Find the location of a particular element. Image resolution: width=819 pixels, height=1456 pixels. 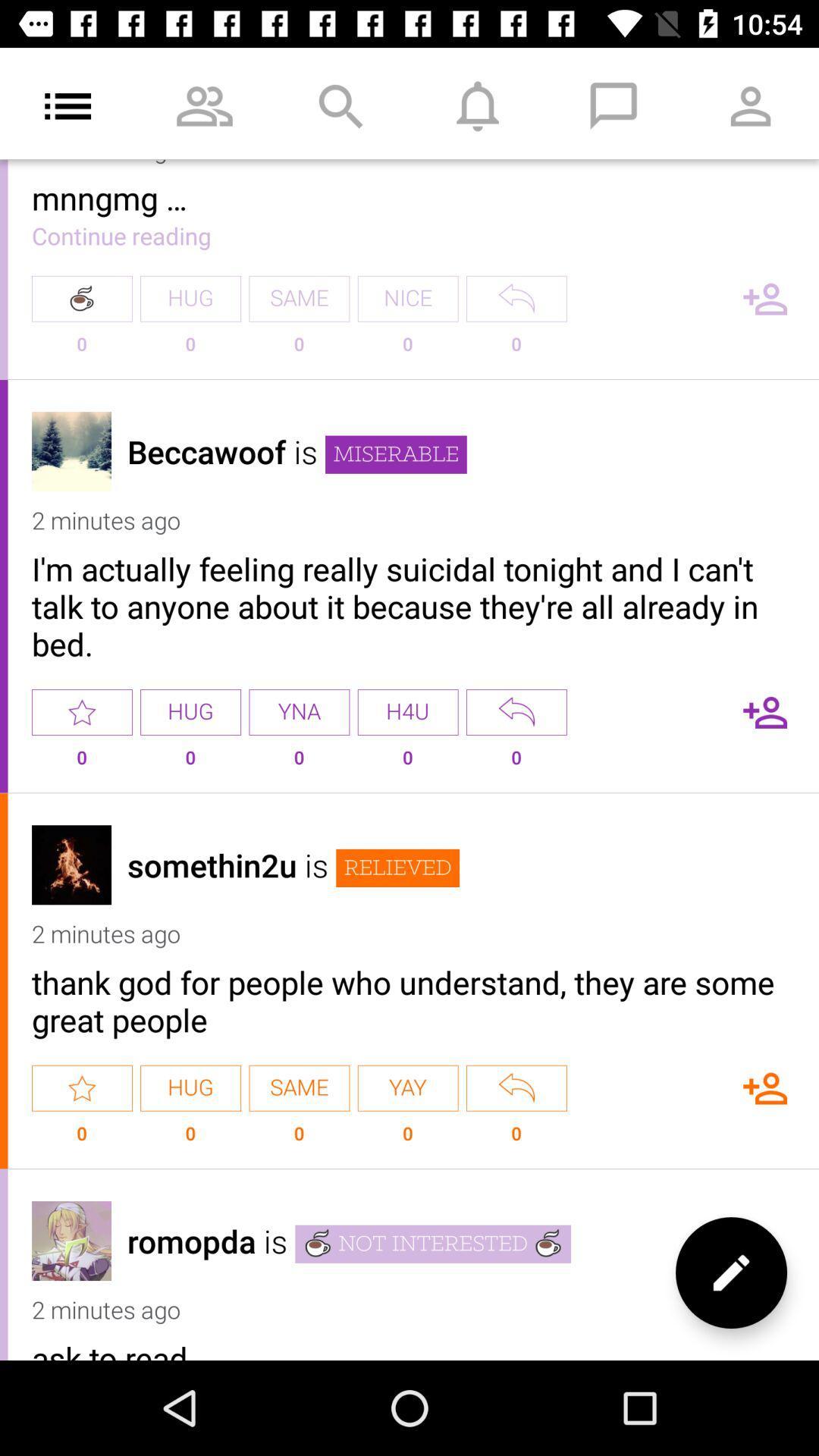

click for profile is located at coordinates (71, 450).